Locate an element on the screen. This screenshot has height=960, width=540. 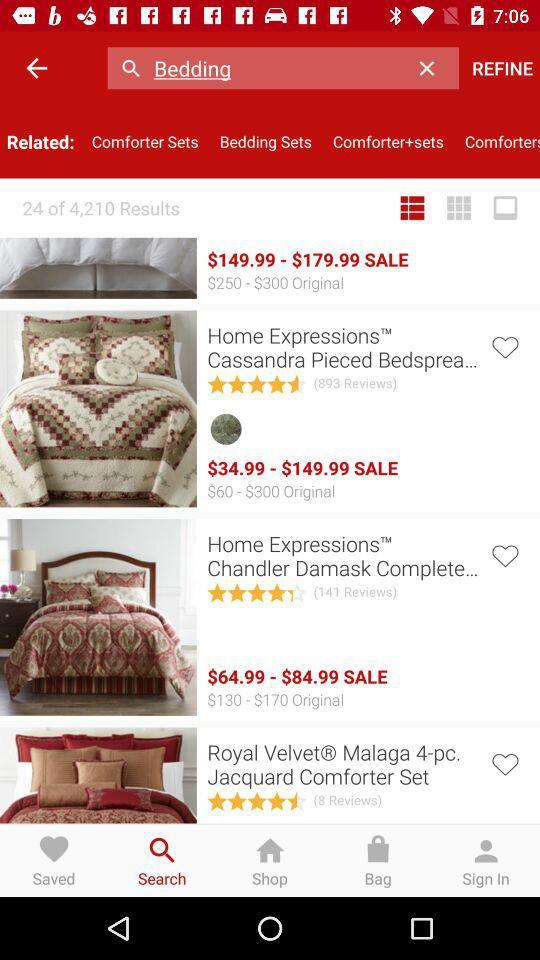
to favorites is located at coordinates (503, 554).